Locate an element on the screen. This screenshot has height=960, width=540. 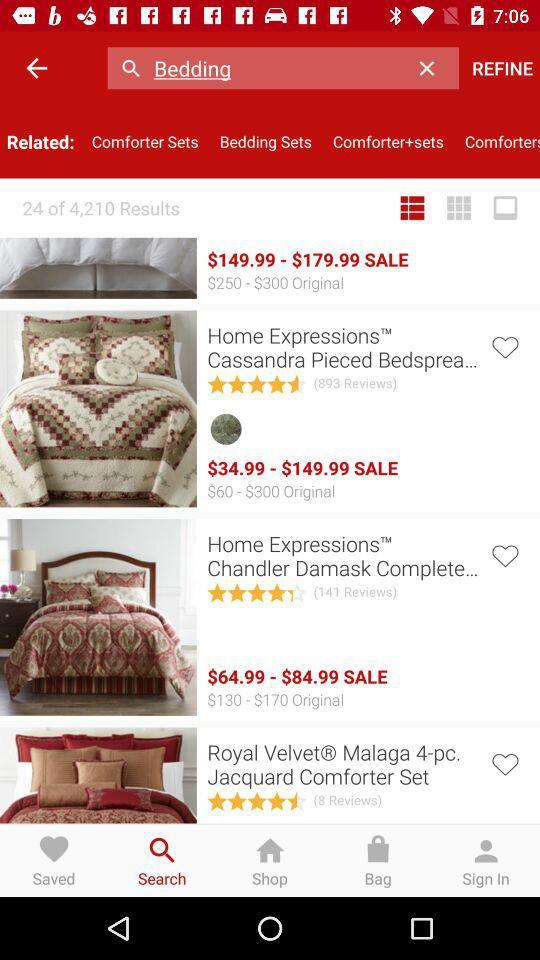
to favorites is located at coordinates (503, 554).